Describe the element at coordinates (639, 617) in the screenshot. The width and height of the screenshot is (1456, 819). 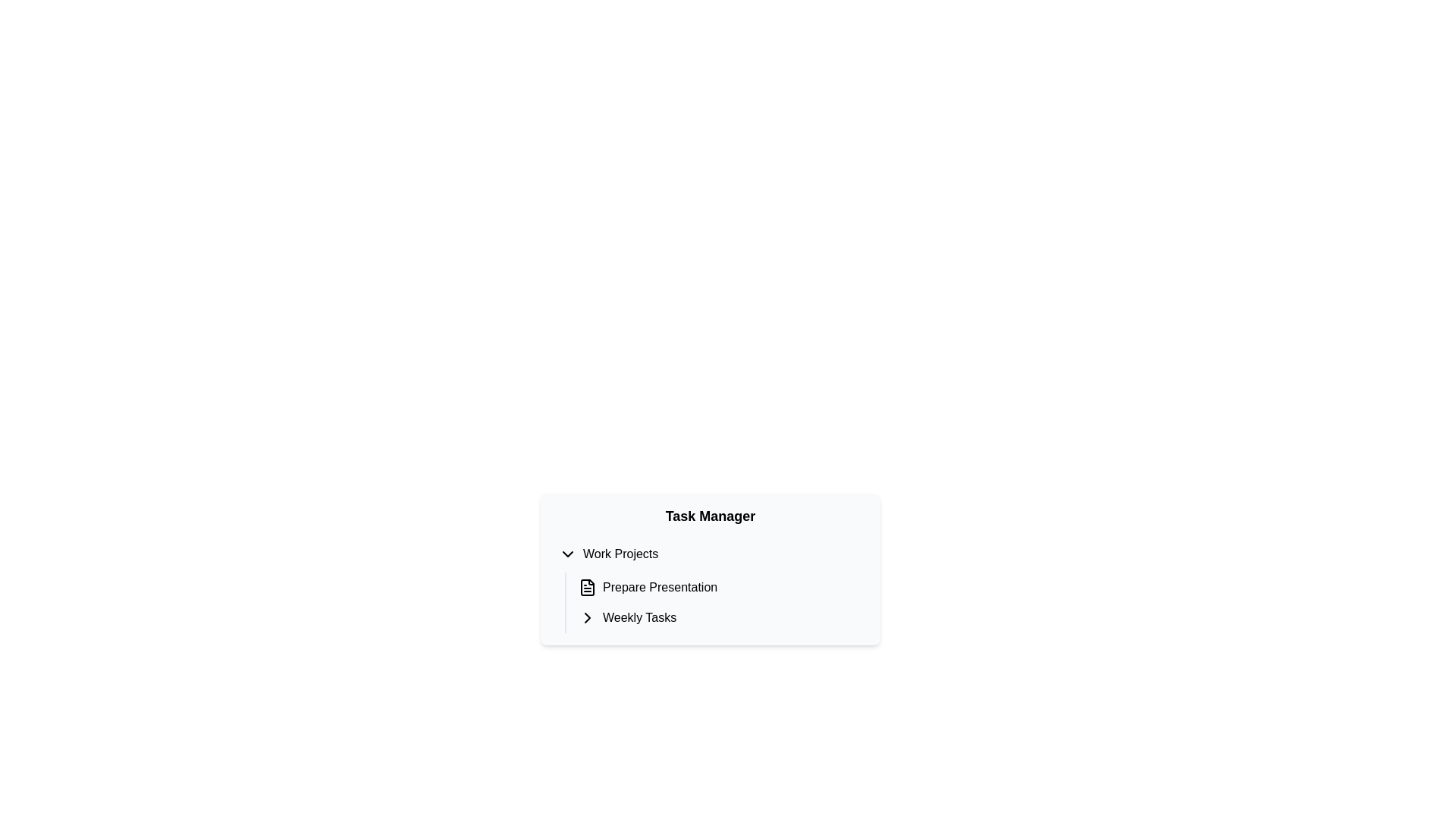
I see `the 'Weekly Tasks' text label, which is a black text in a sans-serif font on a white background, located under the 'Work Projects' category` at that location.